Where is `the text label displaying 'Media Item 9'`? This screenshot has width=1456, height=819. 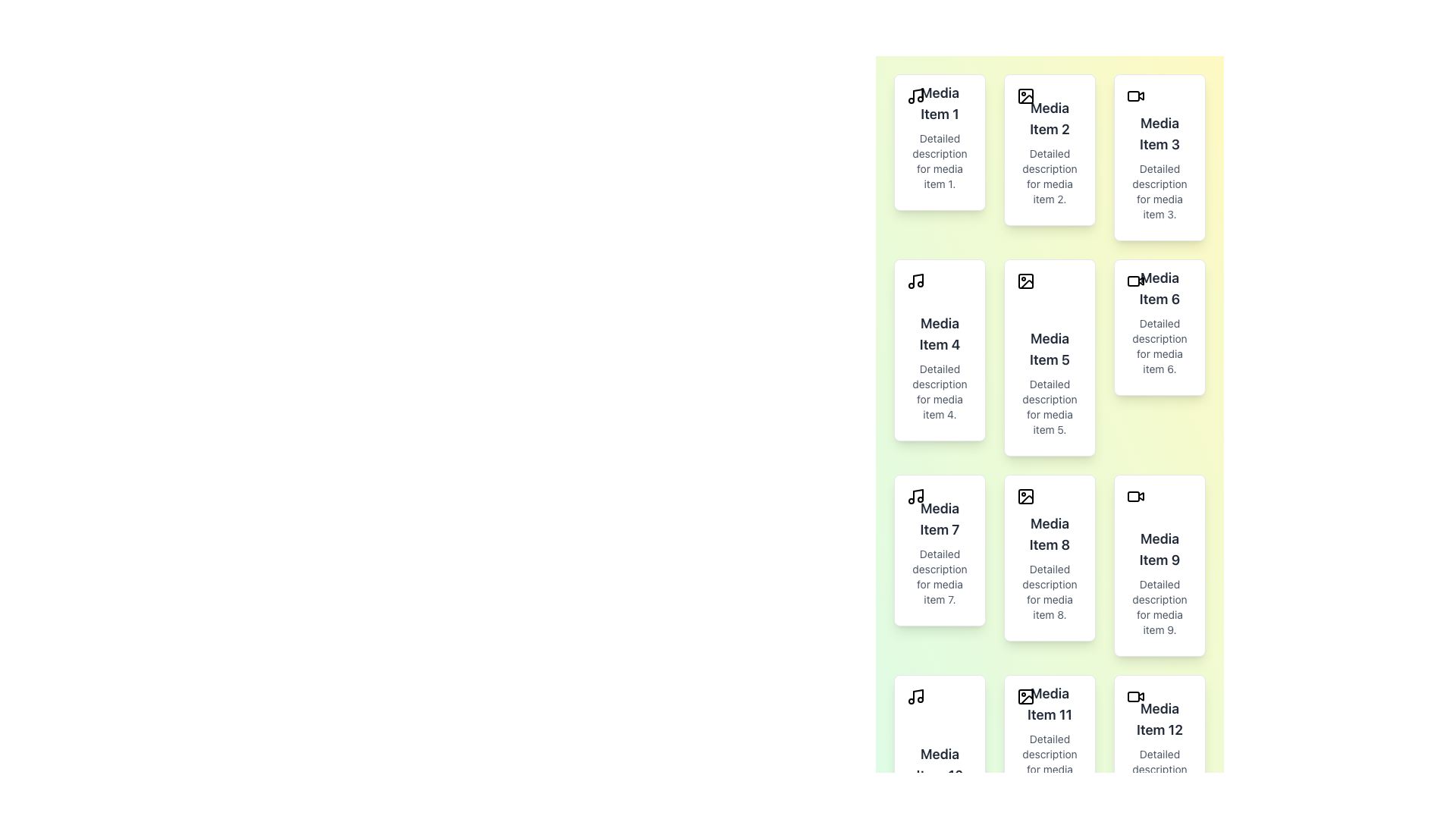 the text label displaying 'Media Item 9' is located at coordinates (1159, 550).